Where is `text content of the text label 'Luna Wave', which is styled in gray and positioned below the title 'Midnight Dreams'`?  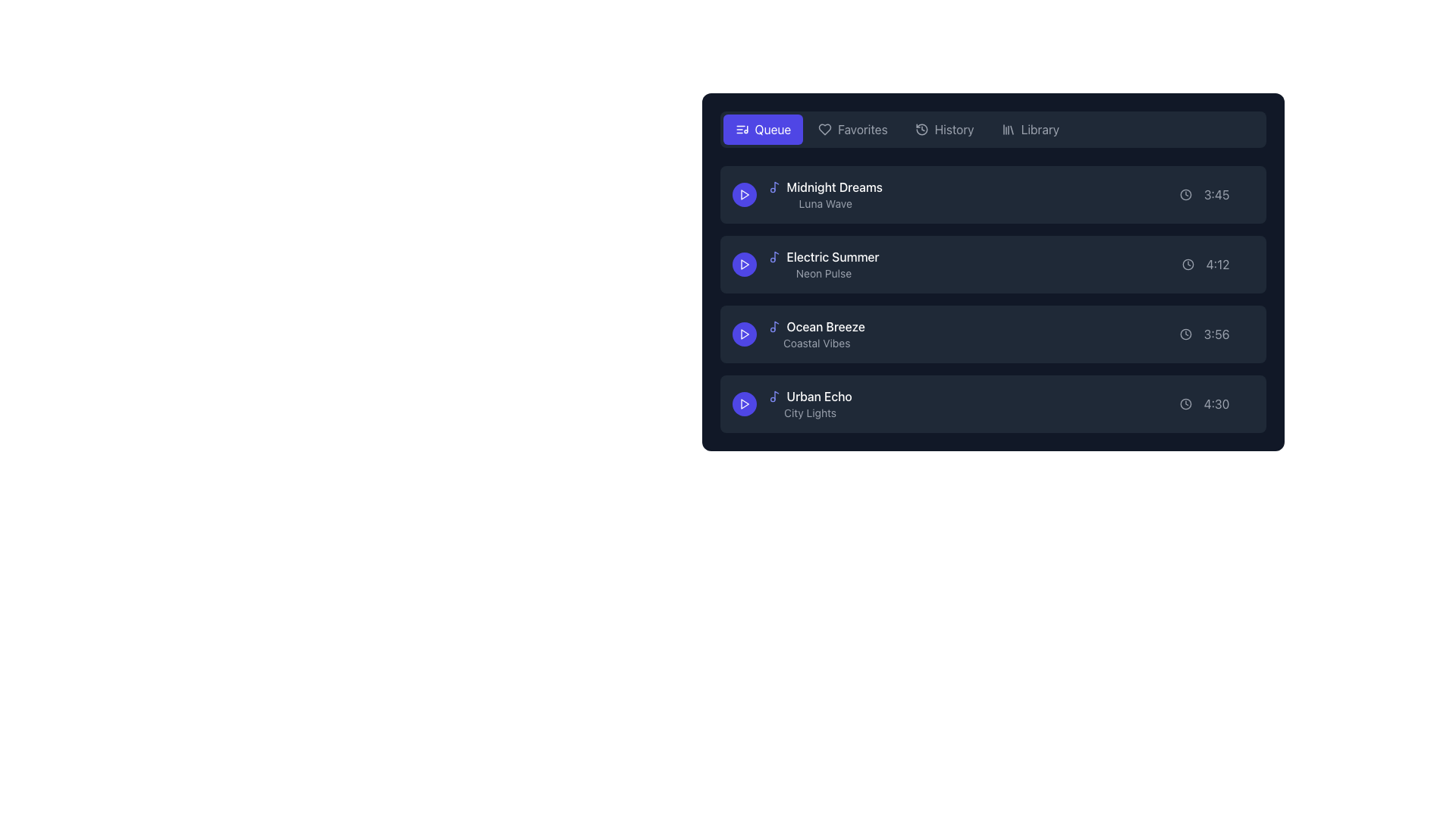 text content of the text label 'Luna Wave', which is styled in gray and positioned below the title 'Midnight Dreams' is located at coordinates (824, 203).